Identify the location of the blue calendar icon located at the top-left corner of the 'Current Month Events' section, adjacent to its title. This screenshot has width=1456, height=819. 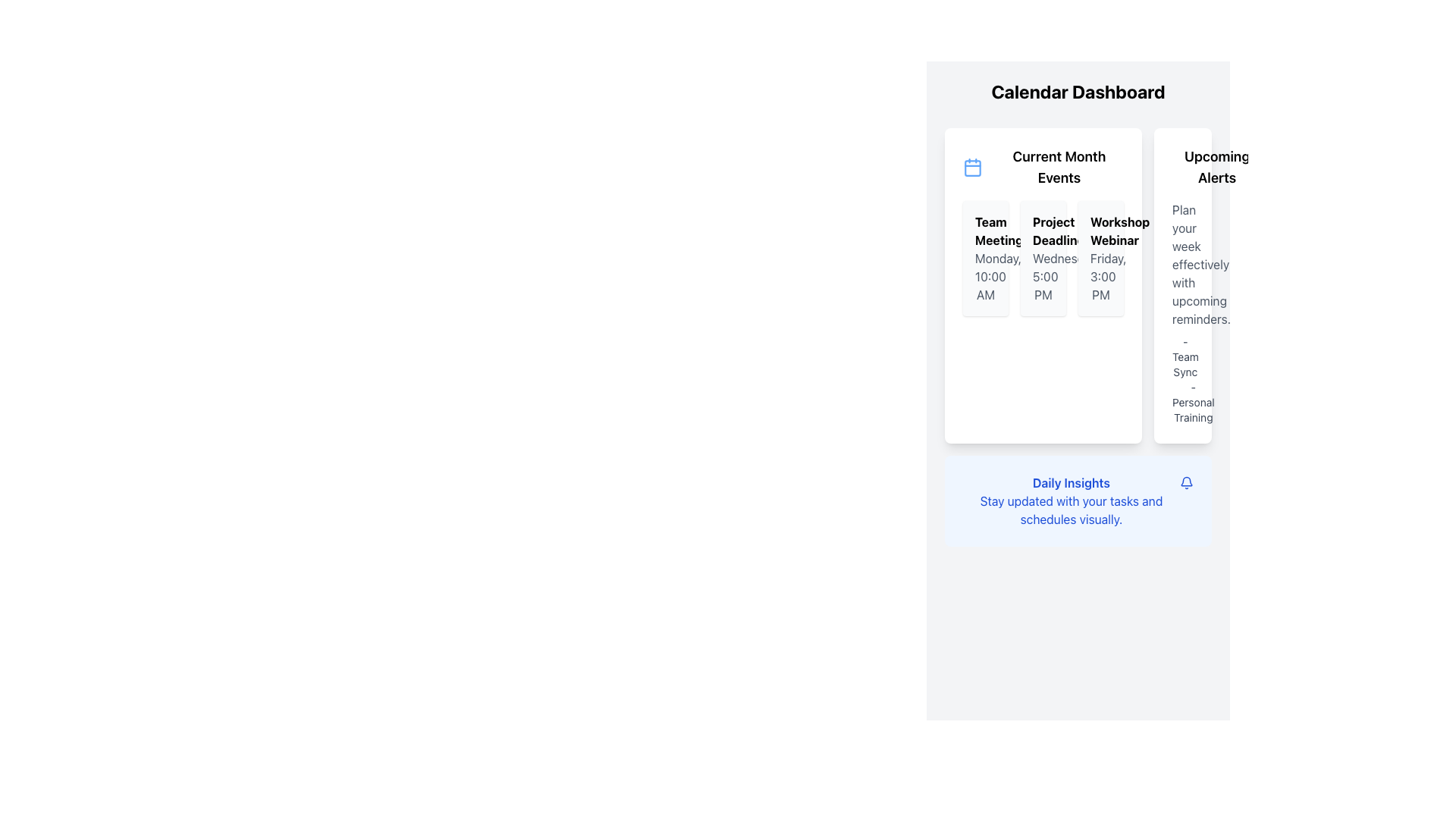
(972, 167).